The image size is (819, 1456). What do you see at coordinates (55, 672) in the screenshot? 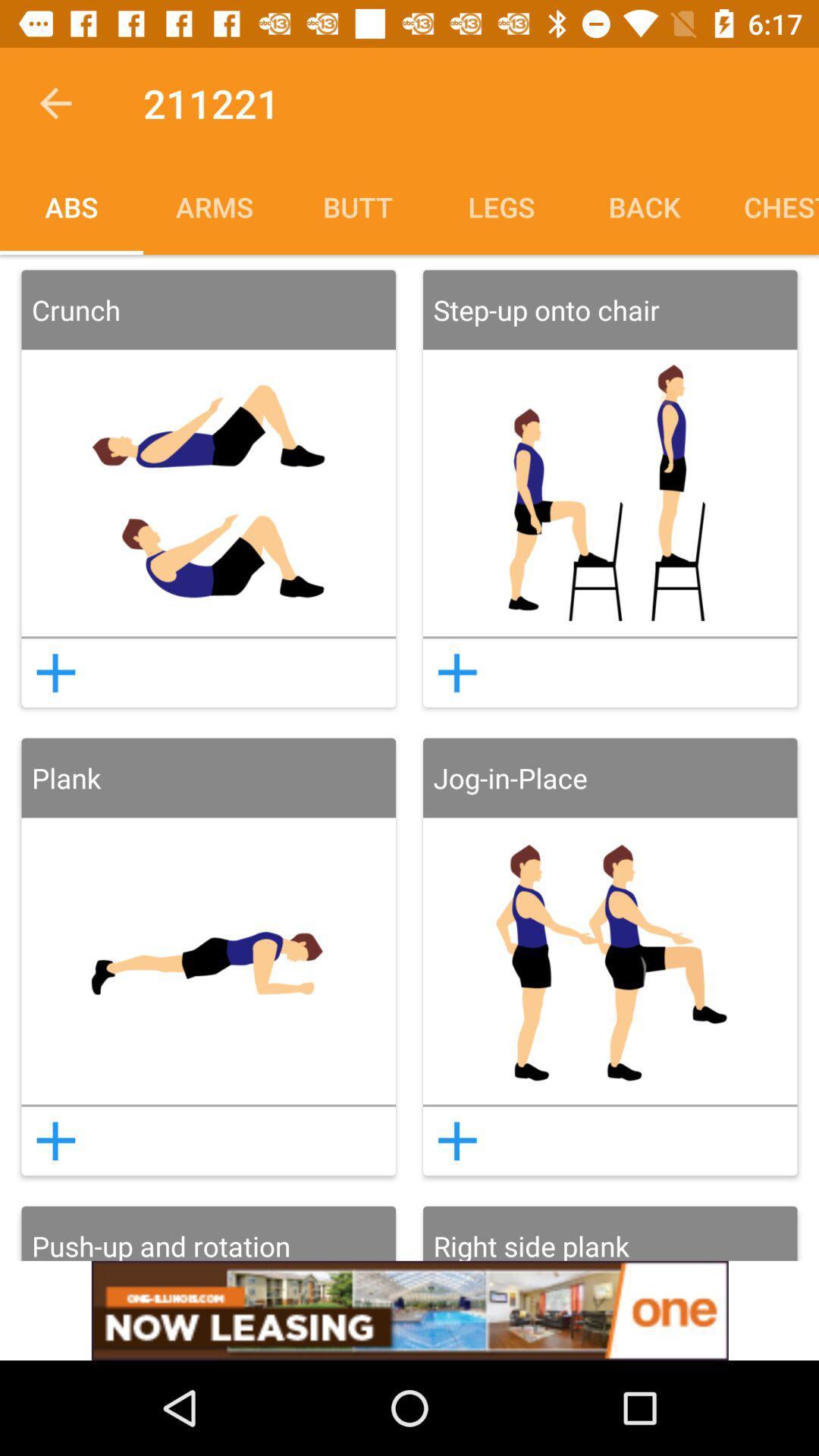
I see `increment button` at bounding box center [55, 672].